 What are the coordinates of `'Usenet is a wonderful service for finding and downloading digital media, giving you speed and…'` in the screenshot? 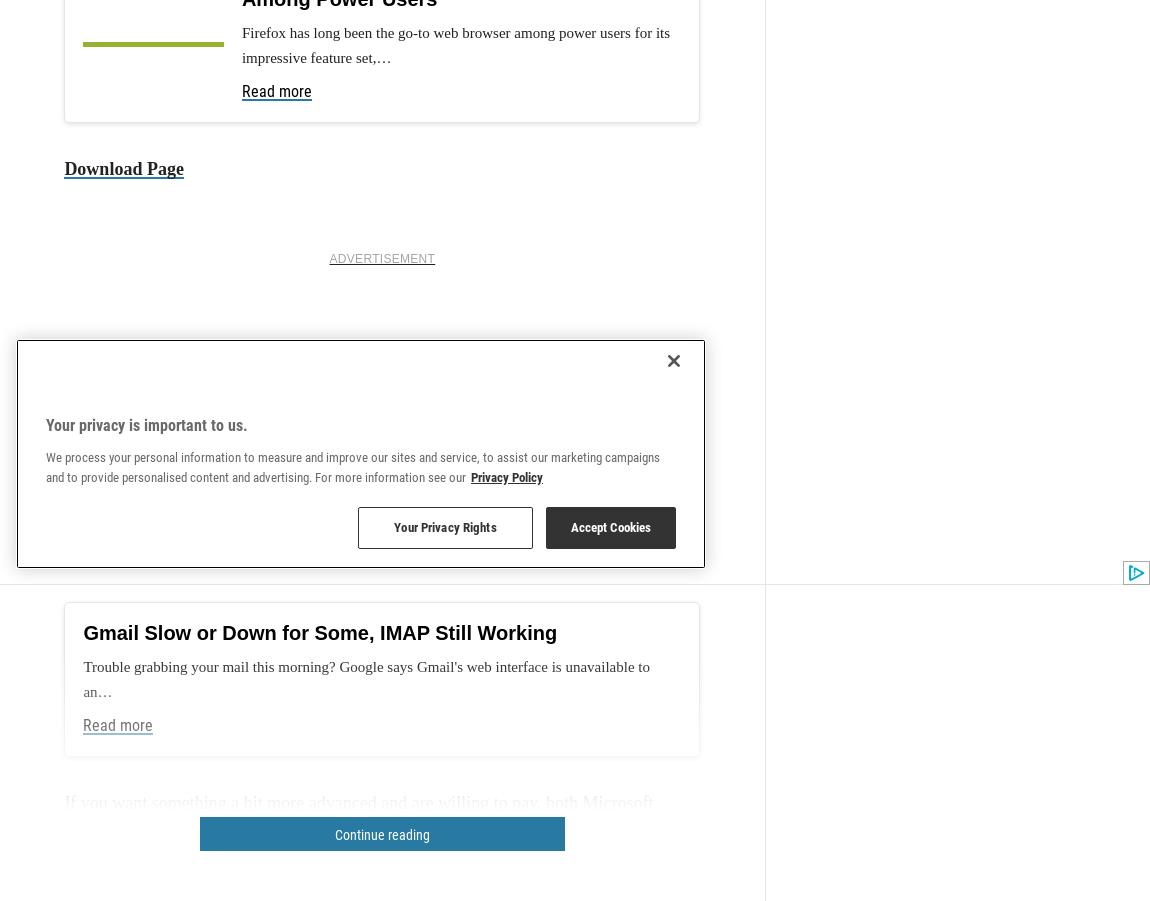 It's located at (461, 48).